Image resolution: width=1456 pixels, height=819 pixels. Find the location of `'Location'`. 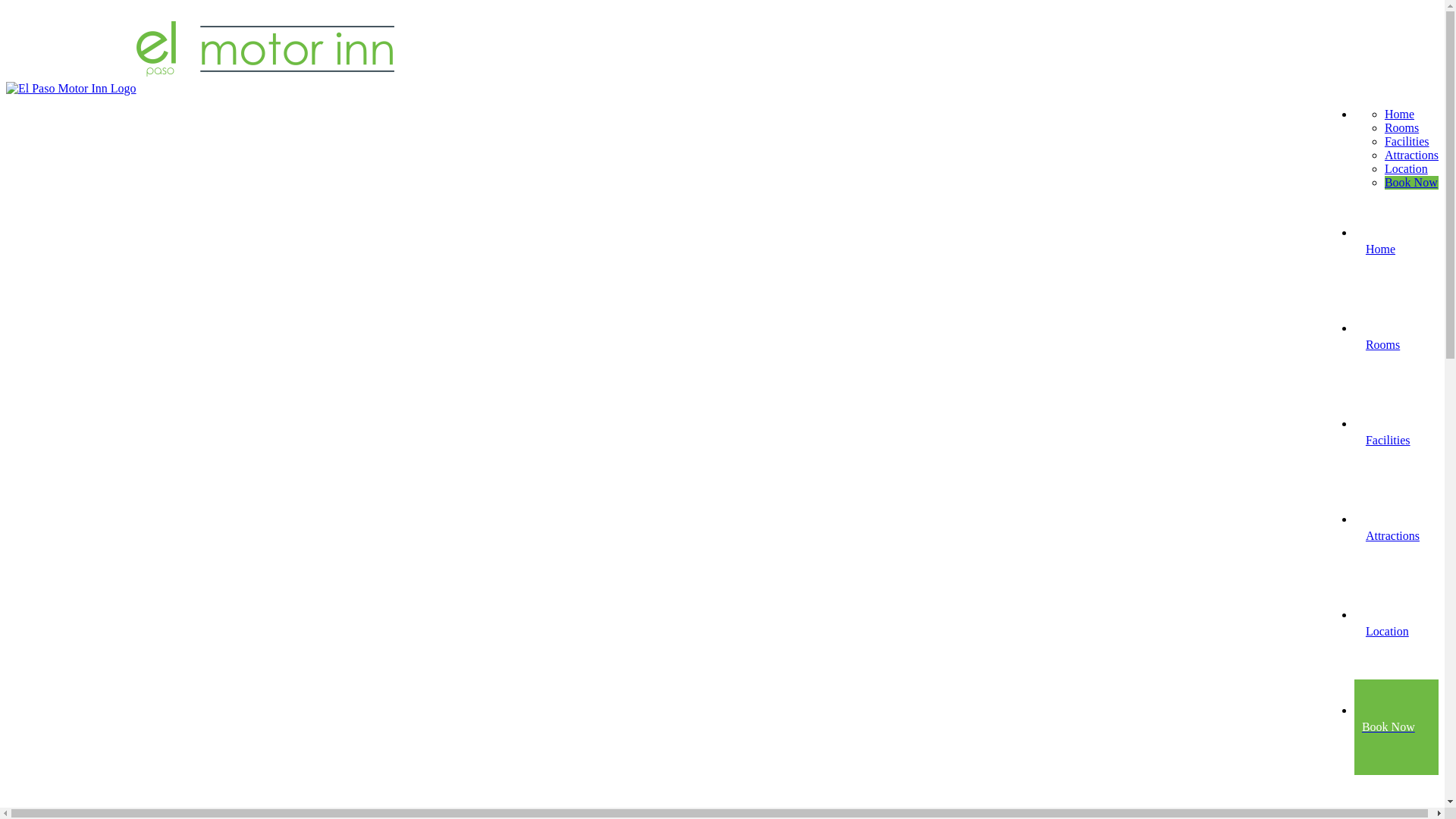

'Location' is located at coordinates (1395, 631).